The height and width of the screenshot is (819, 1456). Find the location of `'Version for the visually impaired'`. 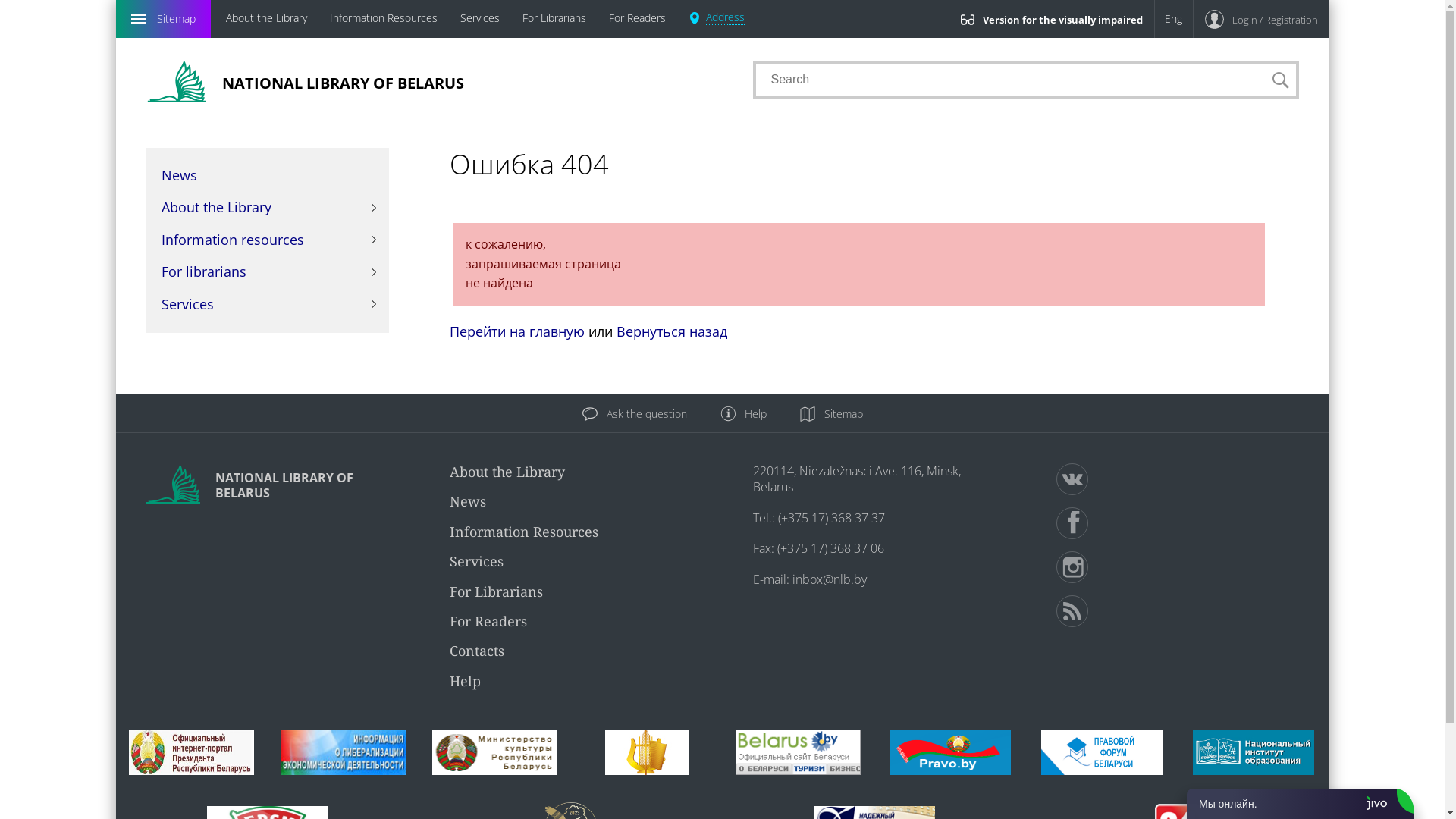

'Version for the visually impaired' is located at coordinates (1051, 18).